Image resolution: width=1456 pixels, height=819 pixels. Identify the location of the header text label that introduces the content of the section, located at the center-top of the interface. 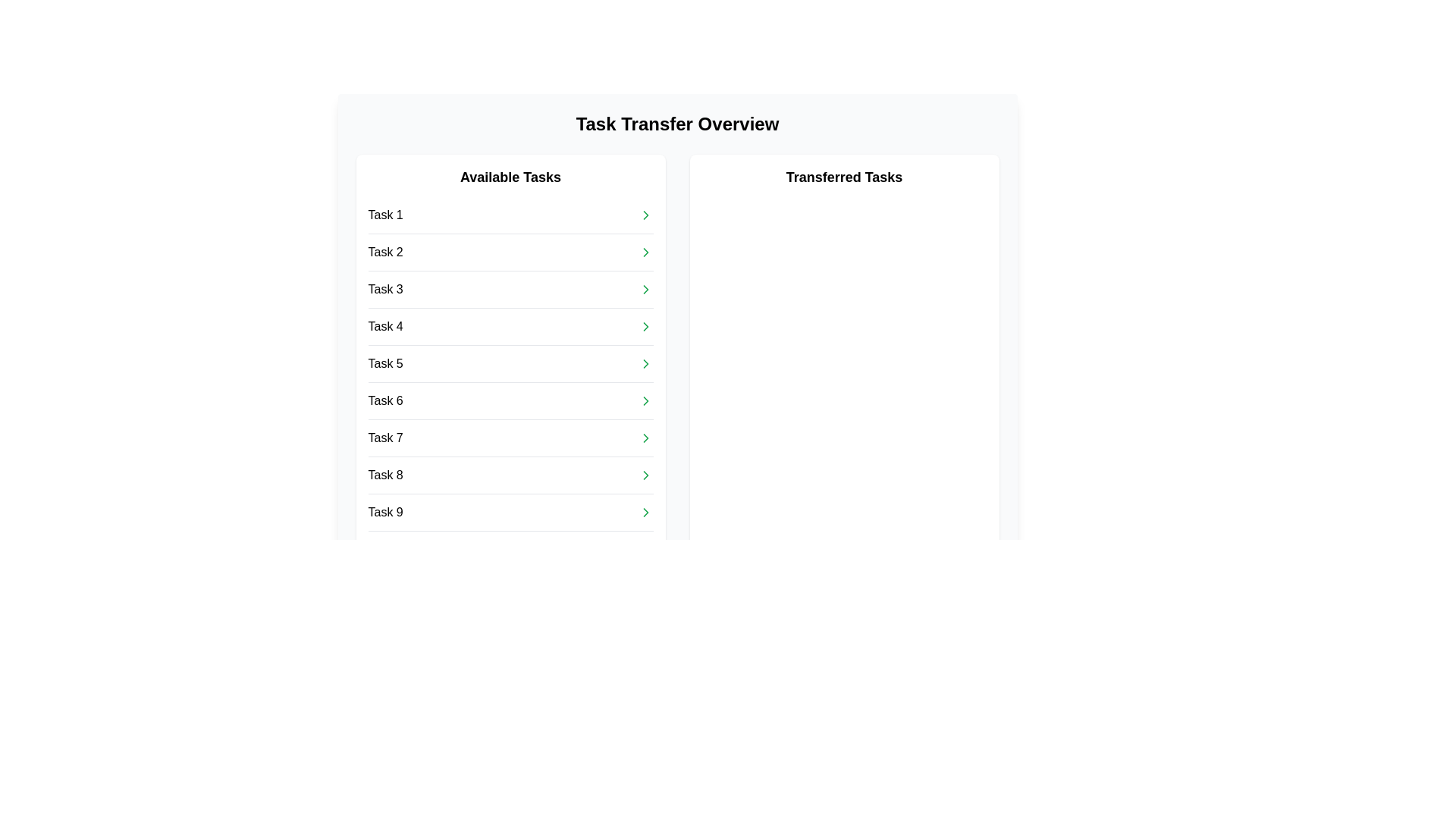
(676, 124).